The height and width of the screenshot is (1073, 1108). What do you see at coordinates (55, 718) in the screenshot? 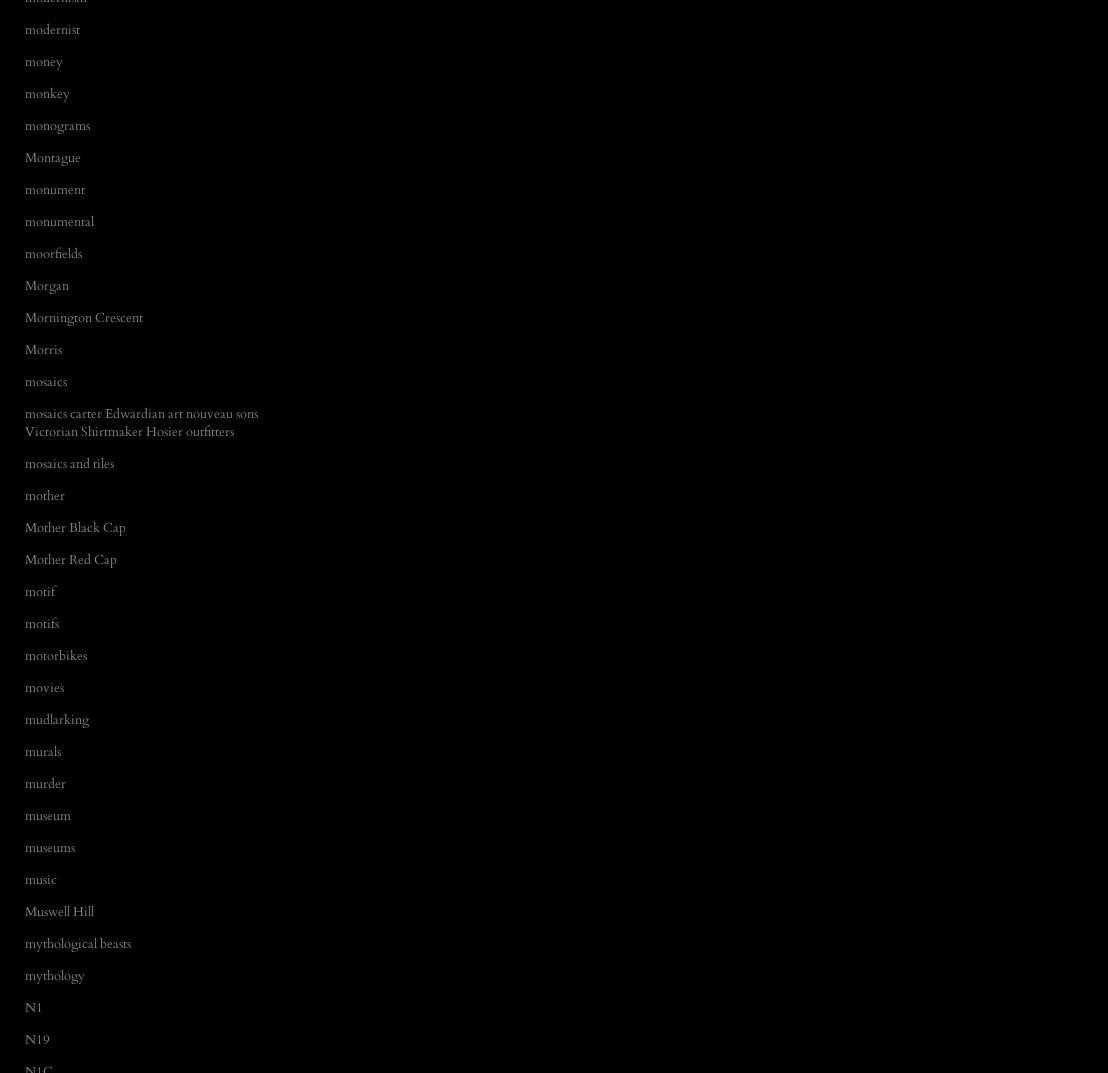
I see `'mudlarking'` at bounding box center [55, 718].